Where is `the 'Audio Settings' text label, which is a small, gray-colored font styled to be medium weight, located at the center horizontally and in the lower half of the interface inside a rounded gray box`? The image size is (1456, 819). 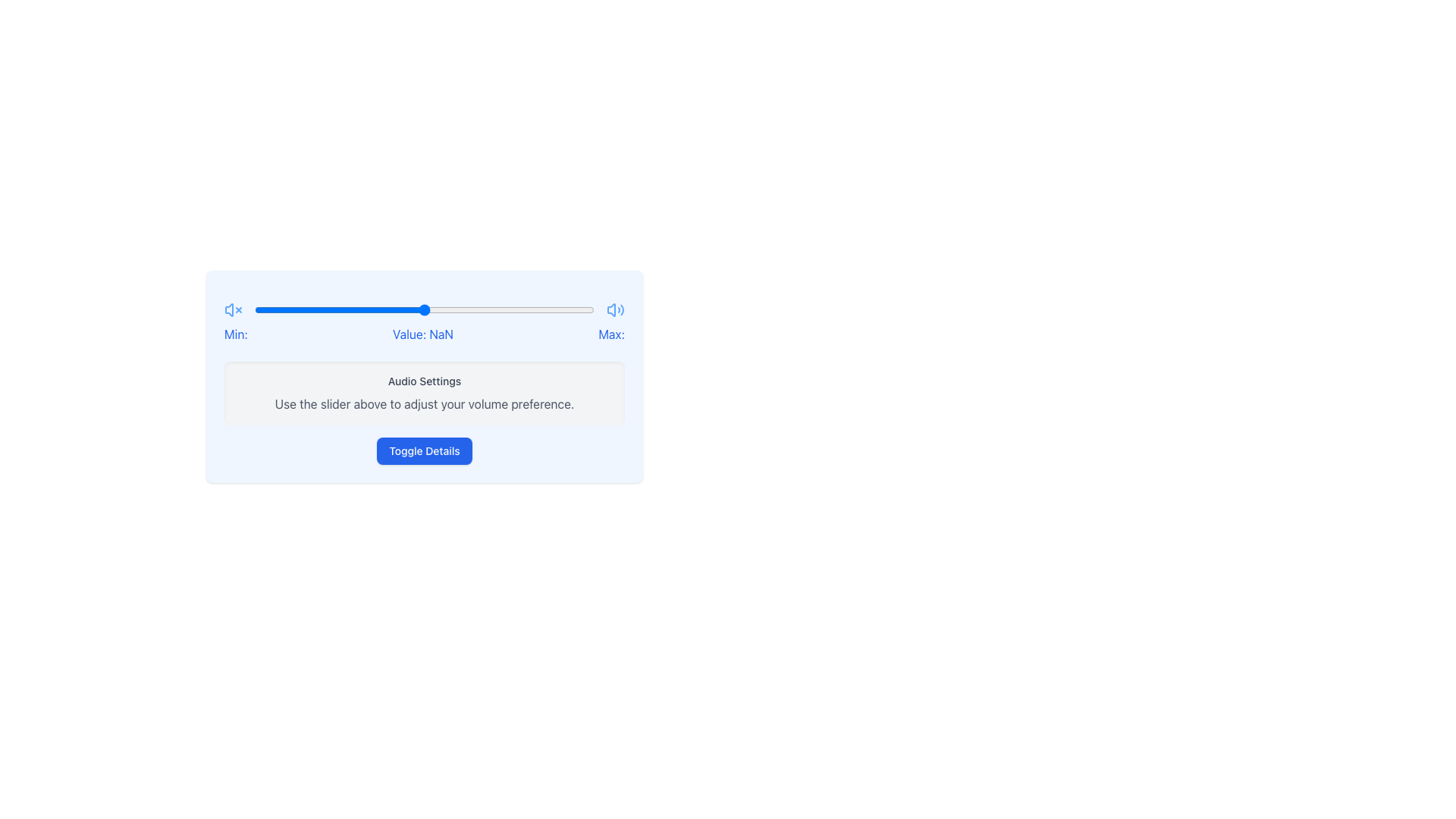
the 'Audio Settings' text label, which is a small, gray-colored font styled to be medium weight, located at the center horizontally and in the lower half of the interface inside a rounded gray box is located at coordinates (425, 380).